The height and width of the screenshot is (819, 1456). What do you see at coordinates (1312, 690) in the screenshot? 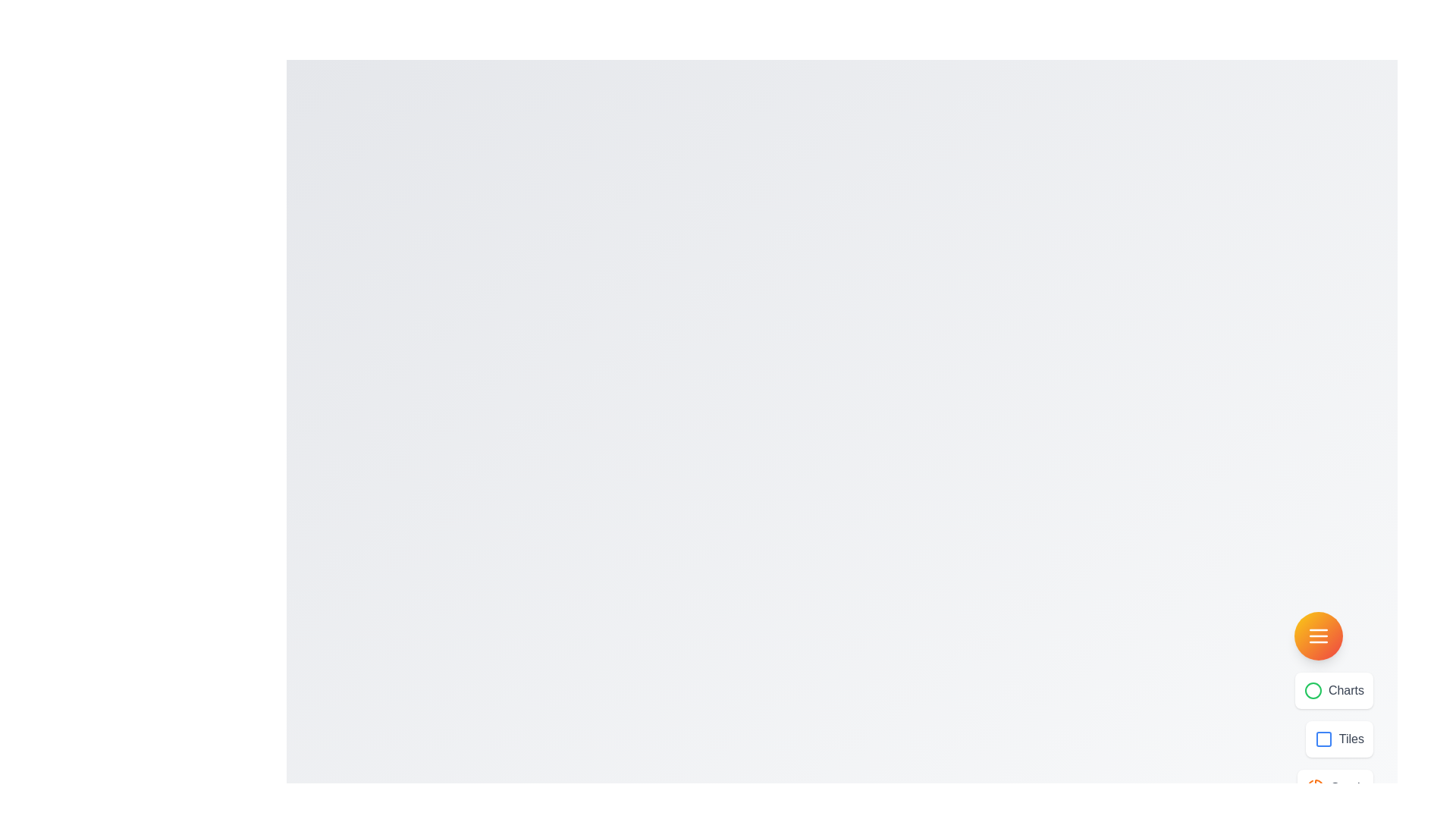
I see `the menu option icon corresponding to Charts` at bounding box center [1312, 690].